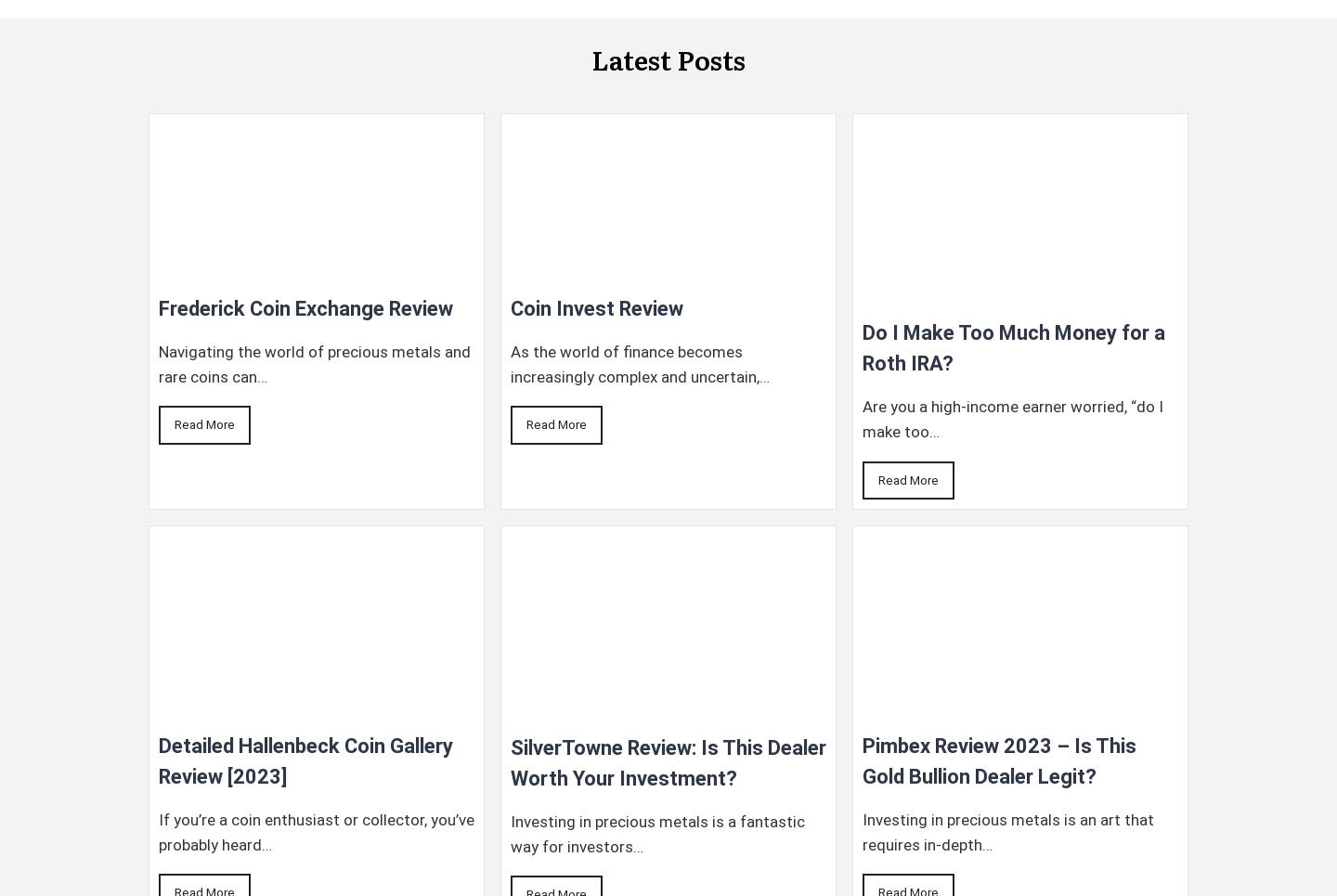 Image resolution: width=1337 pixels, height=896 pixels. I want to click on 'Latest Posts', so click(591, 58).